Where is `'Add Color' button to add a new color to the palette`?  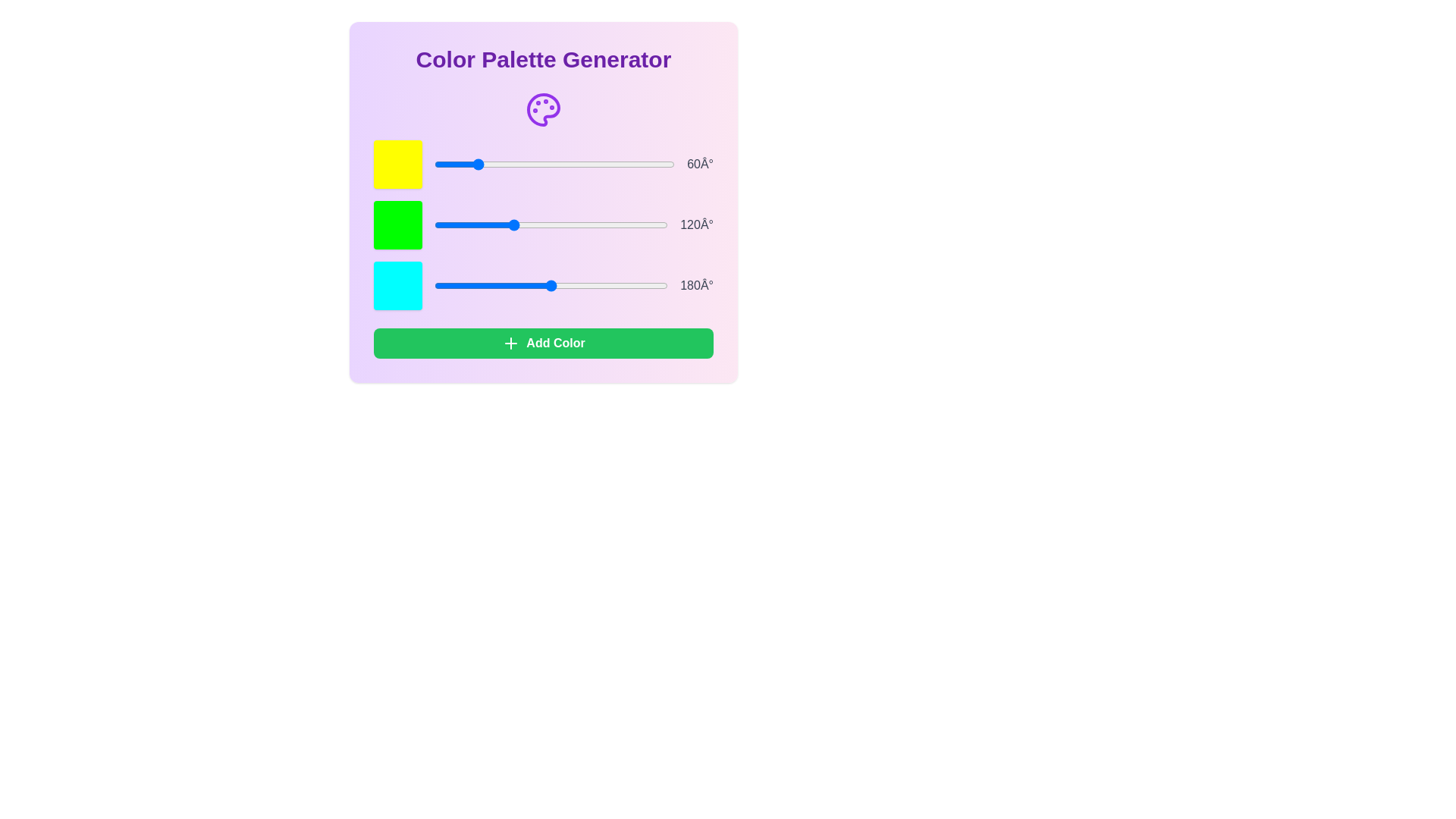 'Add Color' button to add a new color to the palette is located at coordinates (543, 343).